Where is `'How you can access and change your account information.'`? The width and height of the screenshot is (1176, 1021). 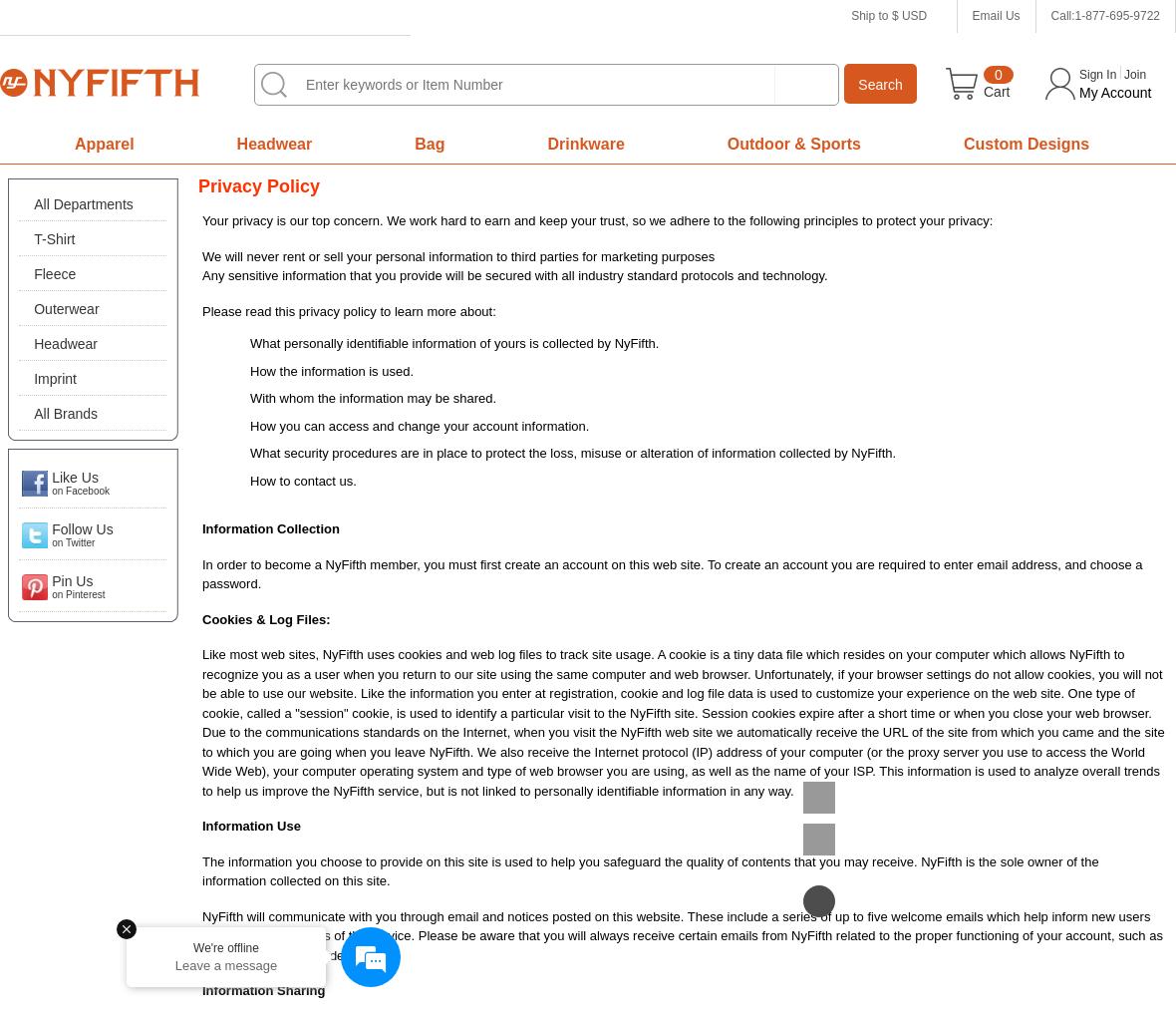
'How you can access and change your account information.' is located at coordinates (419, 424).